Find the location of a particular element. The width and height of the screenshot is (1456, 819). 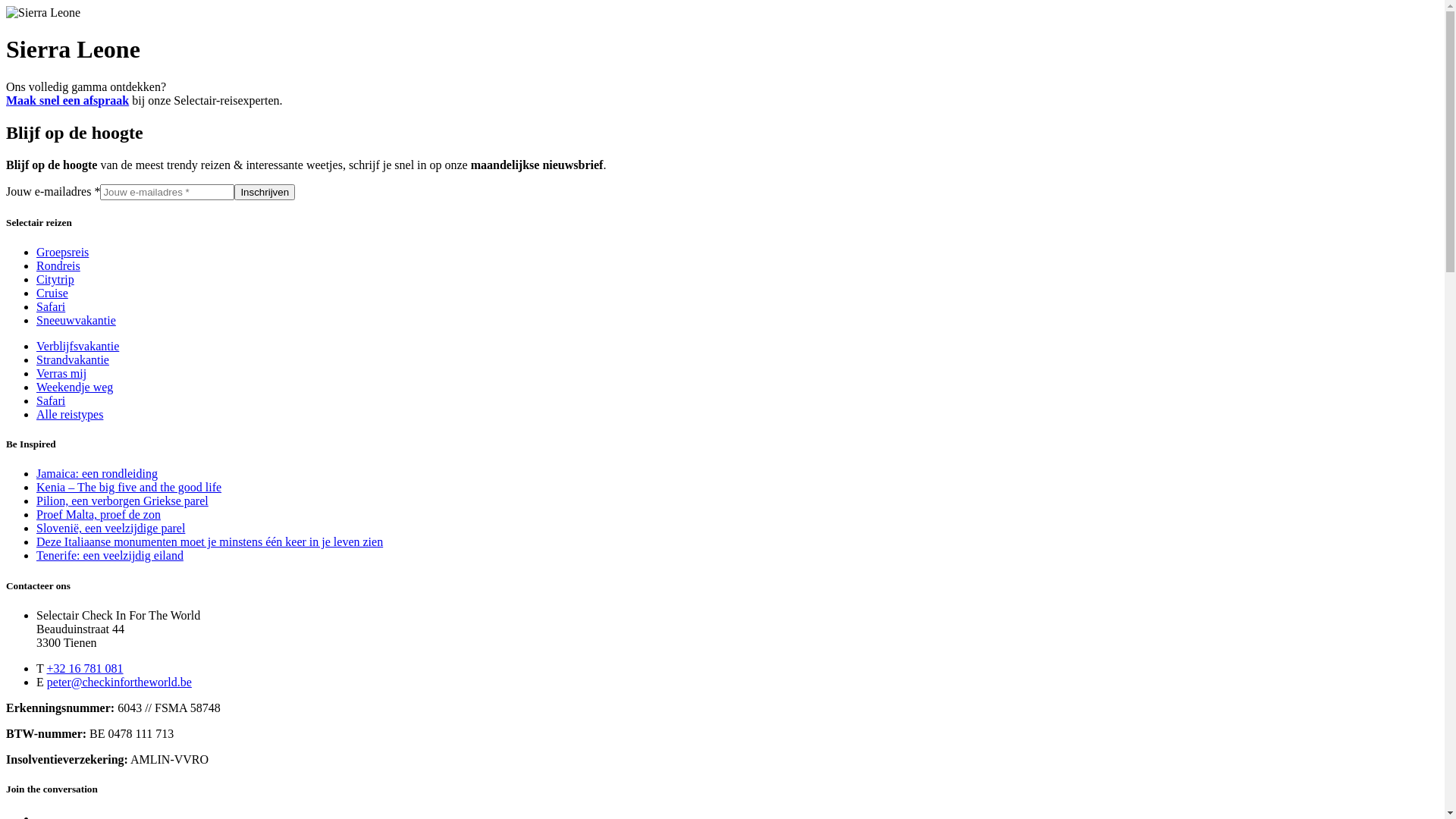

'Citytrip' is located at coordinates (55, 279).